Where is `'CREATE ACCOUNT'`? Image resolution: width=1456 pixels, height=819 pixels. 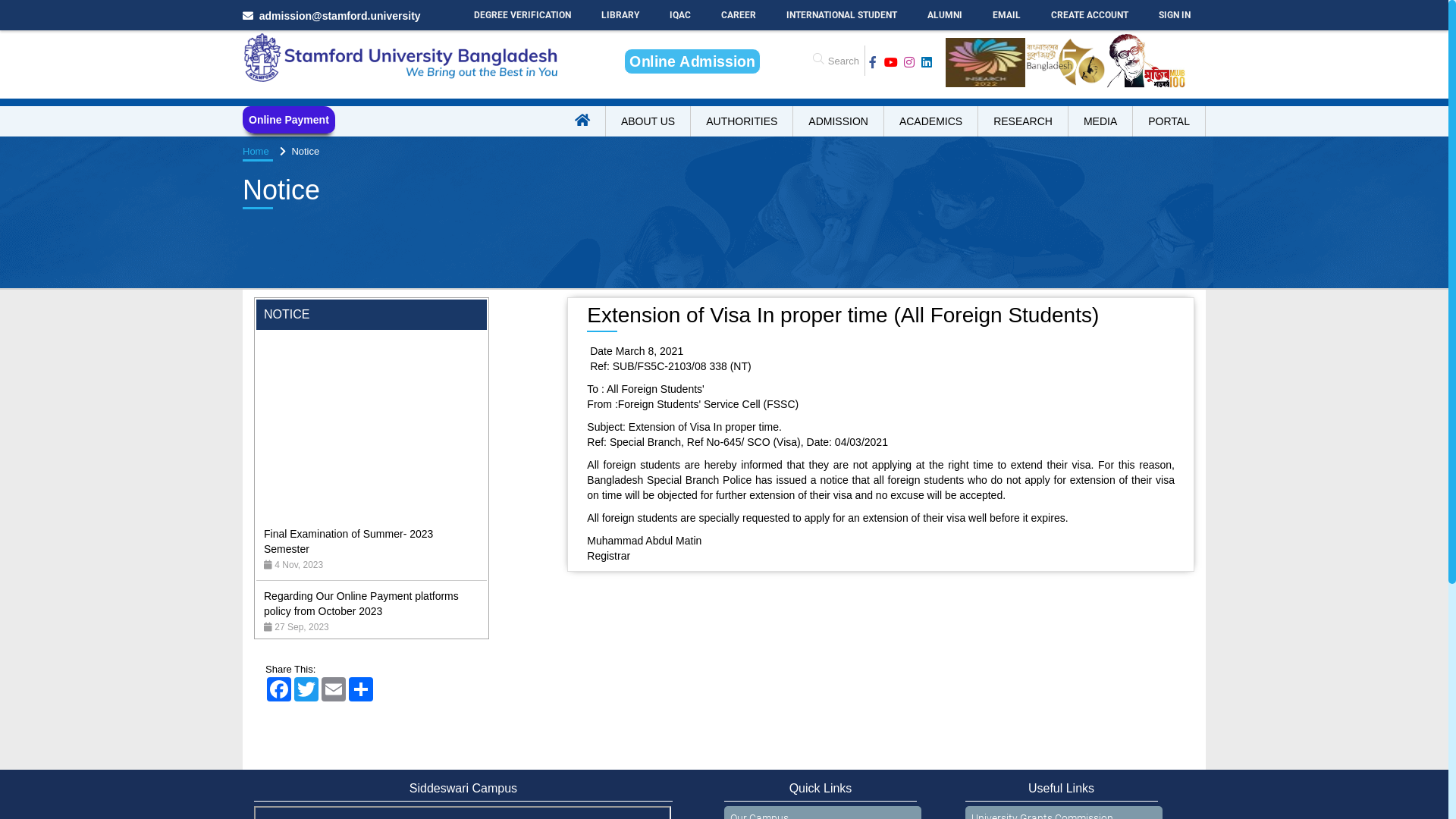
'CREATE ACCOUNT' is located at coordinates (1088, 14).